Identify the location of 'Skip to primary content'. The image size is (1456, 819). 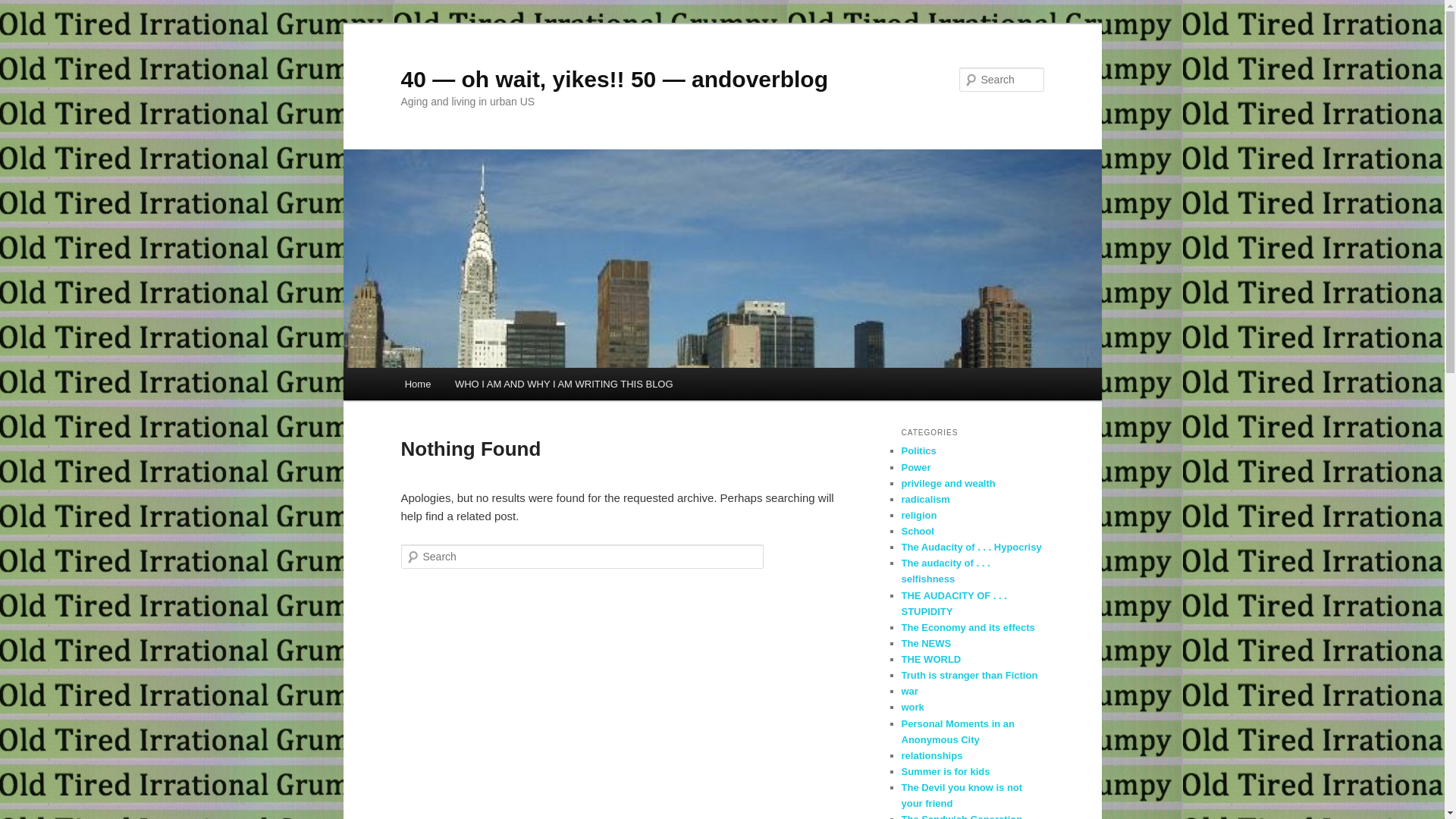
(414, 368).